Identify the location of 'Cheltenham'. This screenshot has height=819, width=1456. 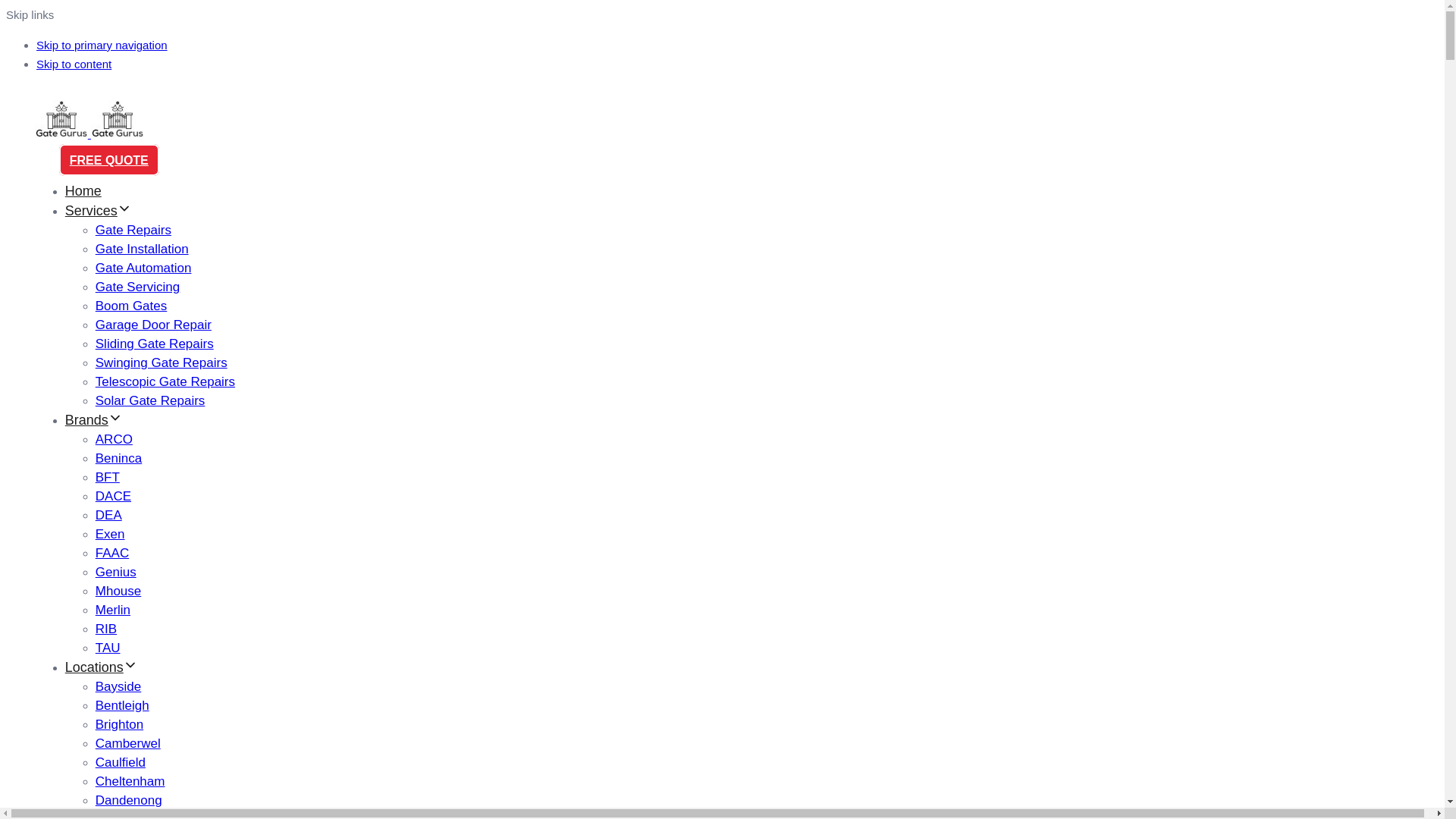
(94, 781).